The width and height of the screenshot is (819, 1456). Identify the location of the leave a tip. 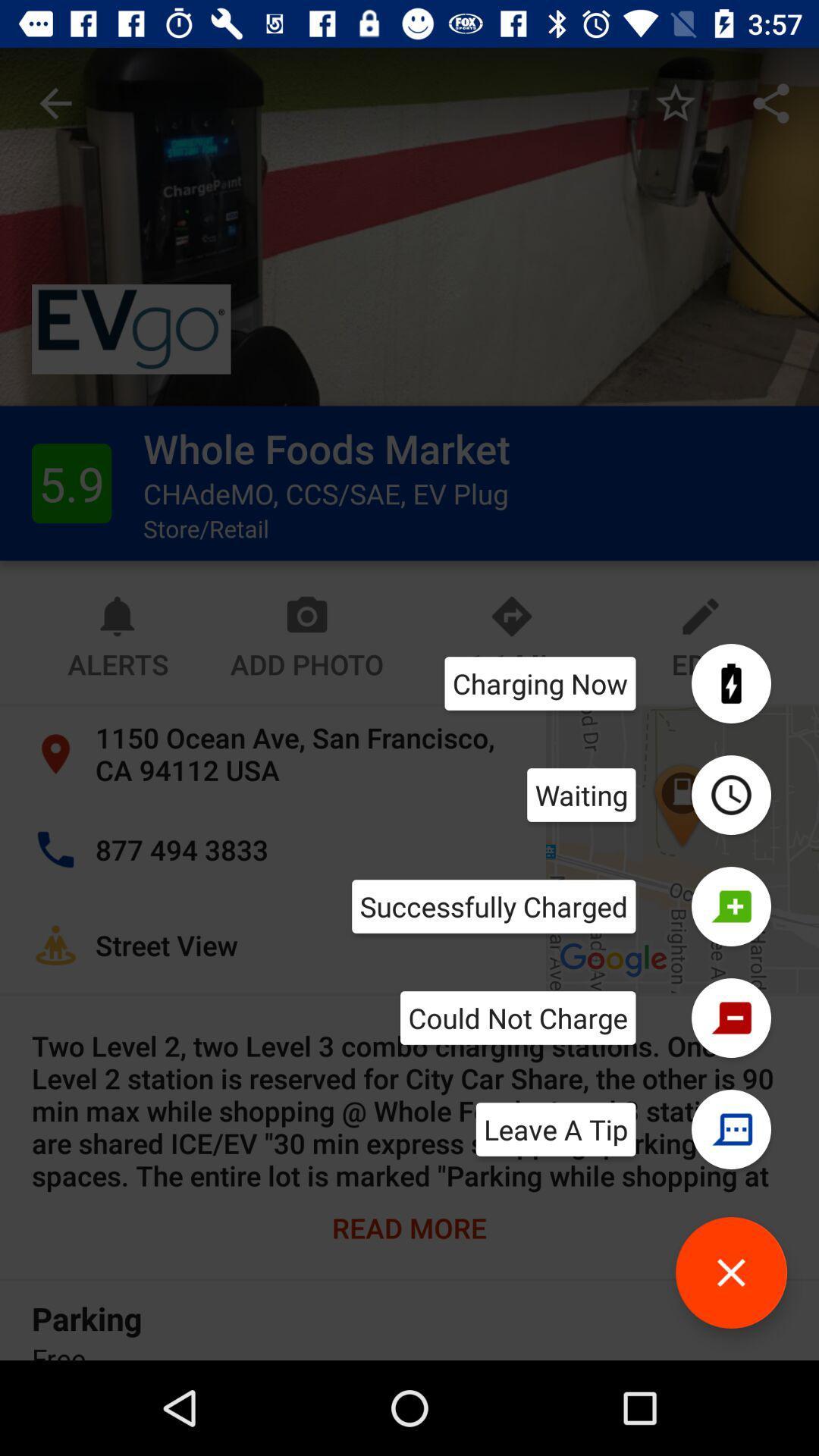
(556, 1129).